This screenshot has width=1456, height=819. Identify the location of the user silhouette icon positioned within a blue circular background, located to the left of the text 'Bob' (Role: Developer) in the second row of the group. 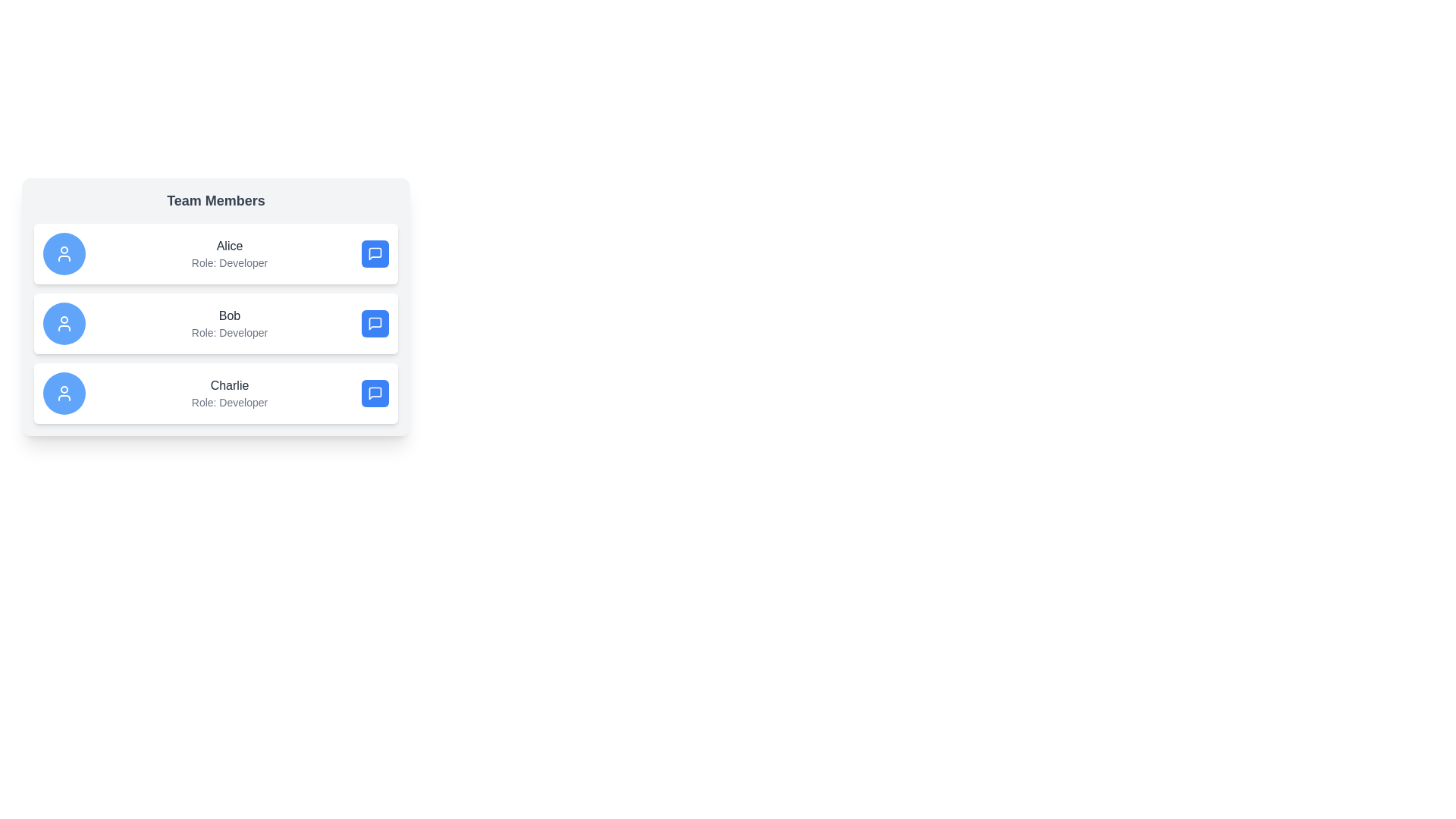
(64, 323).